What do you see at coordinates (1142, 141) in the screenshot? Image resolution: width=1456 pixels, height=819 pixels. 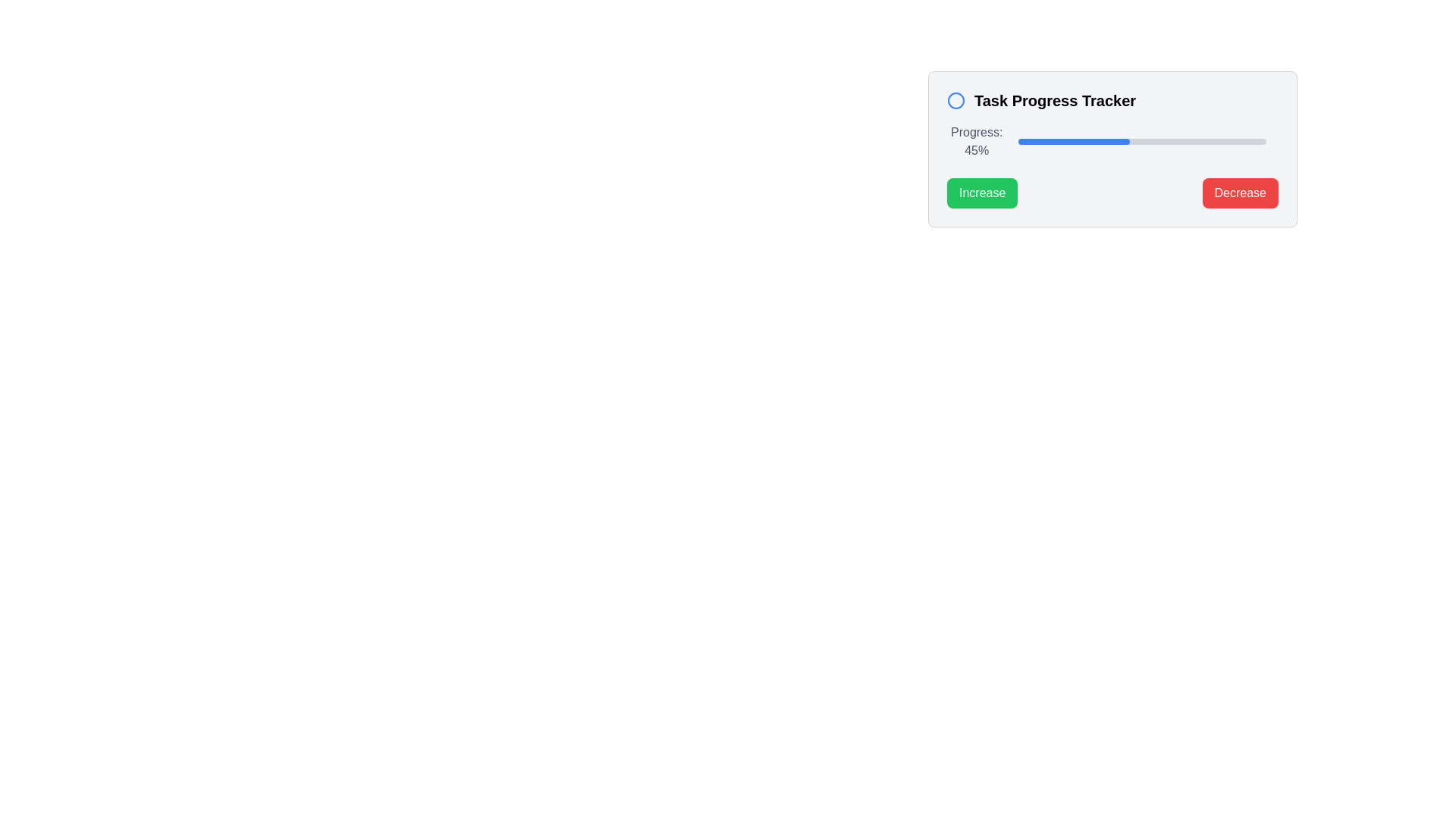 I see `the progress bar located below the text 'Progress: 45%' in the 'Task Progress Tracker' card` at bounding box center [1142, 141].